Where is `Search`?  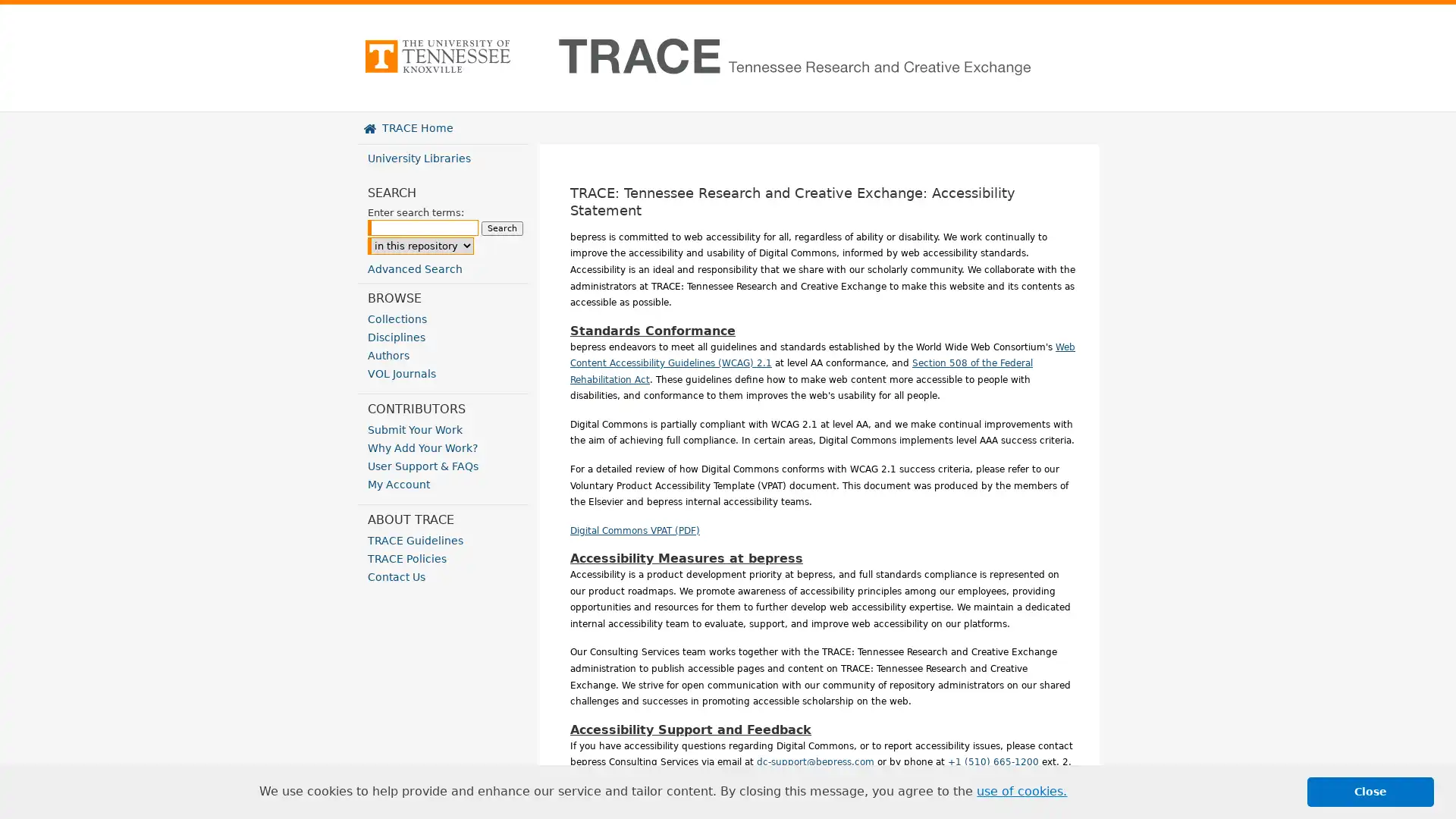
Search is located at coordinates (502, 228).